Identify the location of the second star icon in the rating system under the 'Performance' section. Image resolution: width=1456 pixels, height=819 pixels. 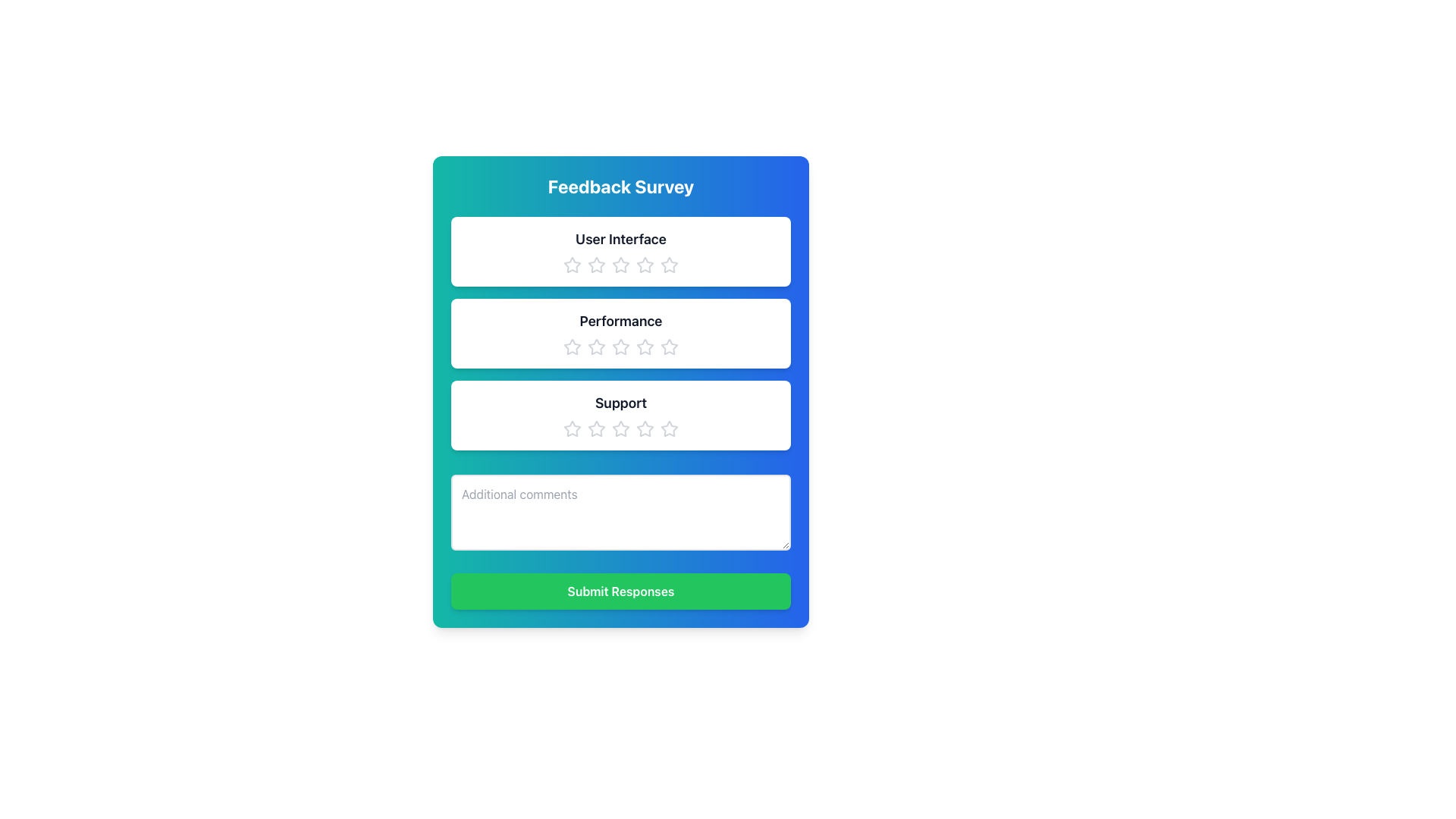
(596, 347).